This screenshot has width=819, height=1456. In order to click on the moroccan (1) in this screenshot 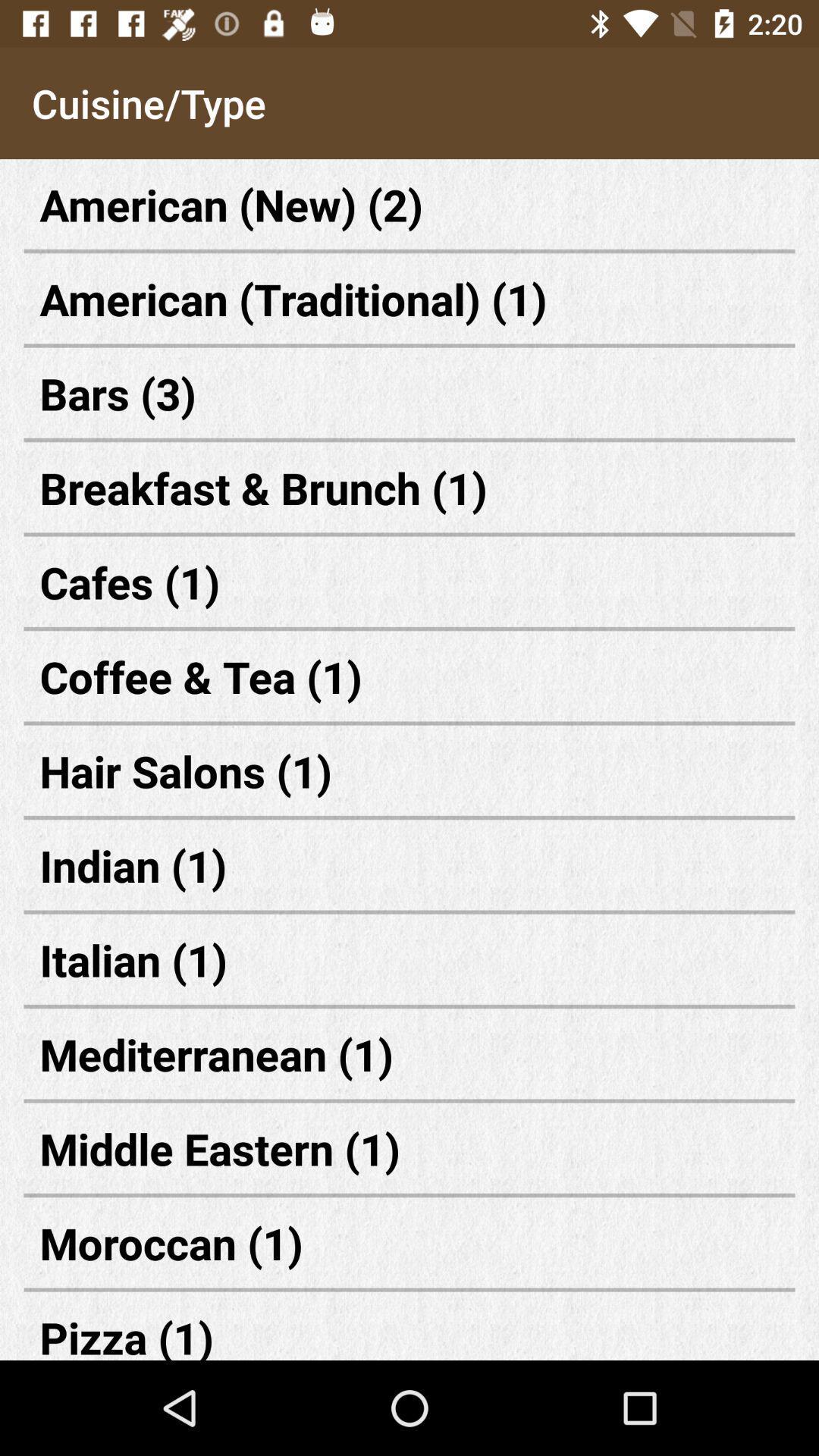, I will do `click(409, 1243)`.